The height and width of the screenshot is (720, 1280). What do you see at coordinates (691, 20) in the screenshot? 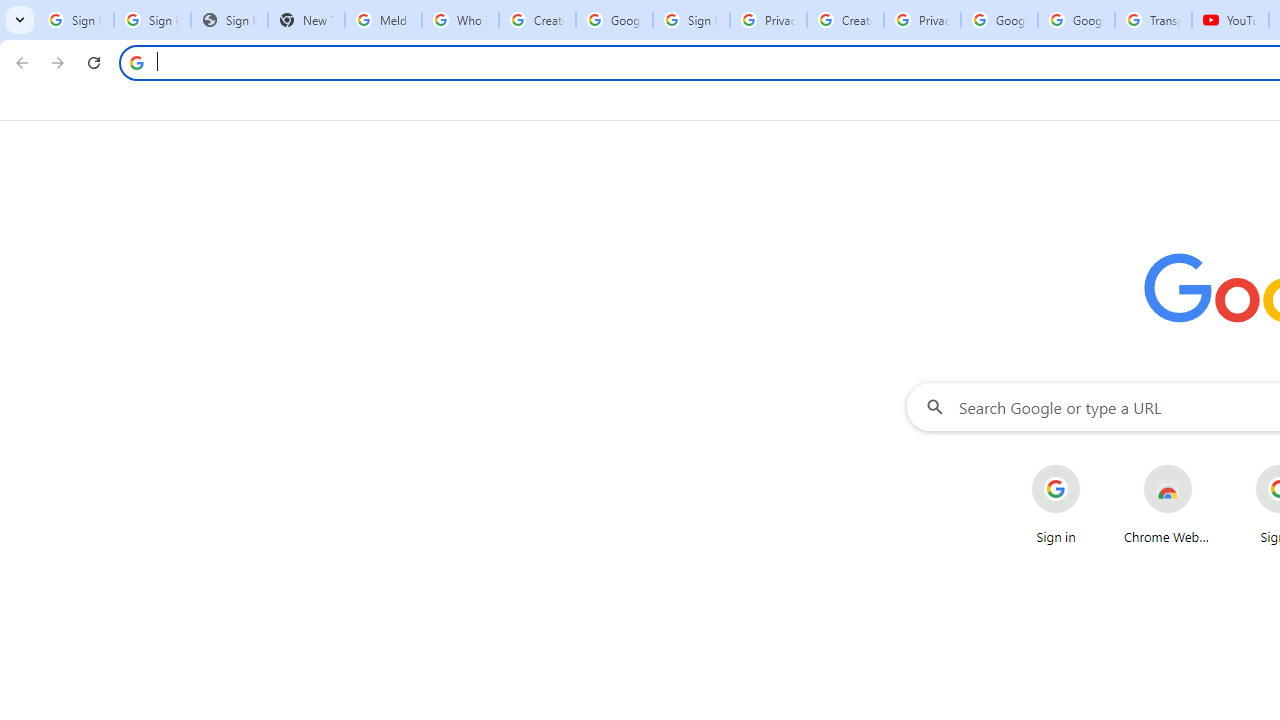
I see `'Sign in - Google Accounts'` at bounding box center [691, 20].